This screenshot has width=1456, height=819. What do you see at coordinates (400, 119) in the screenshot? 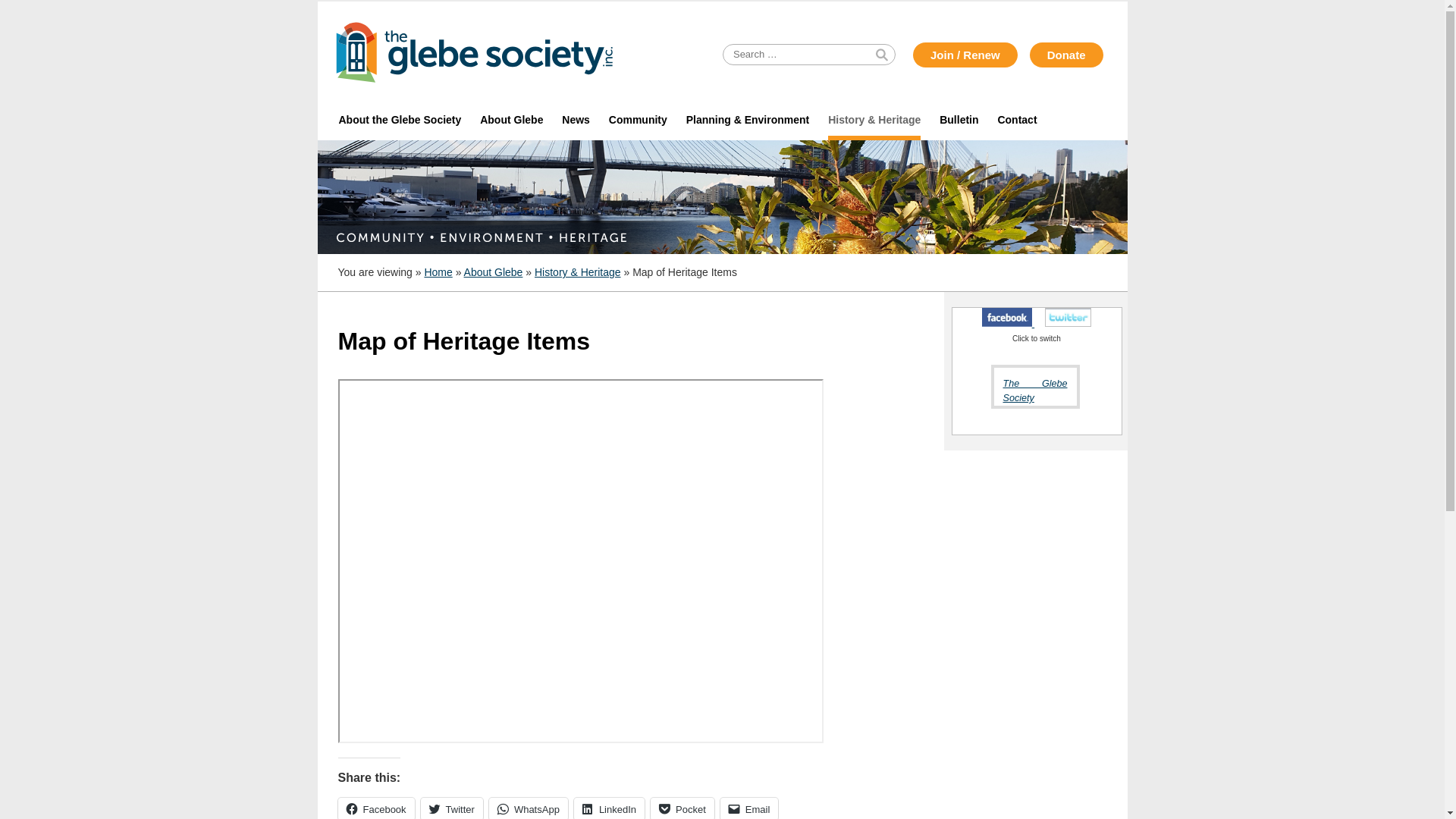
I see `'About the Glebe Society'` at bounding box center [400, 119].